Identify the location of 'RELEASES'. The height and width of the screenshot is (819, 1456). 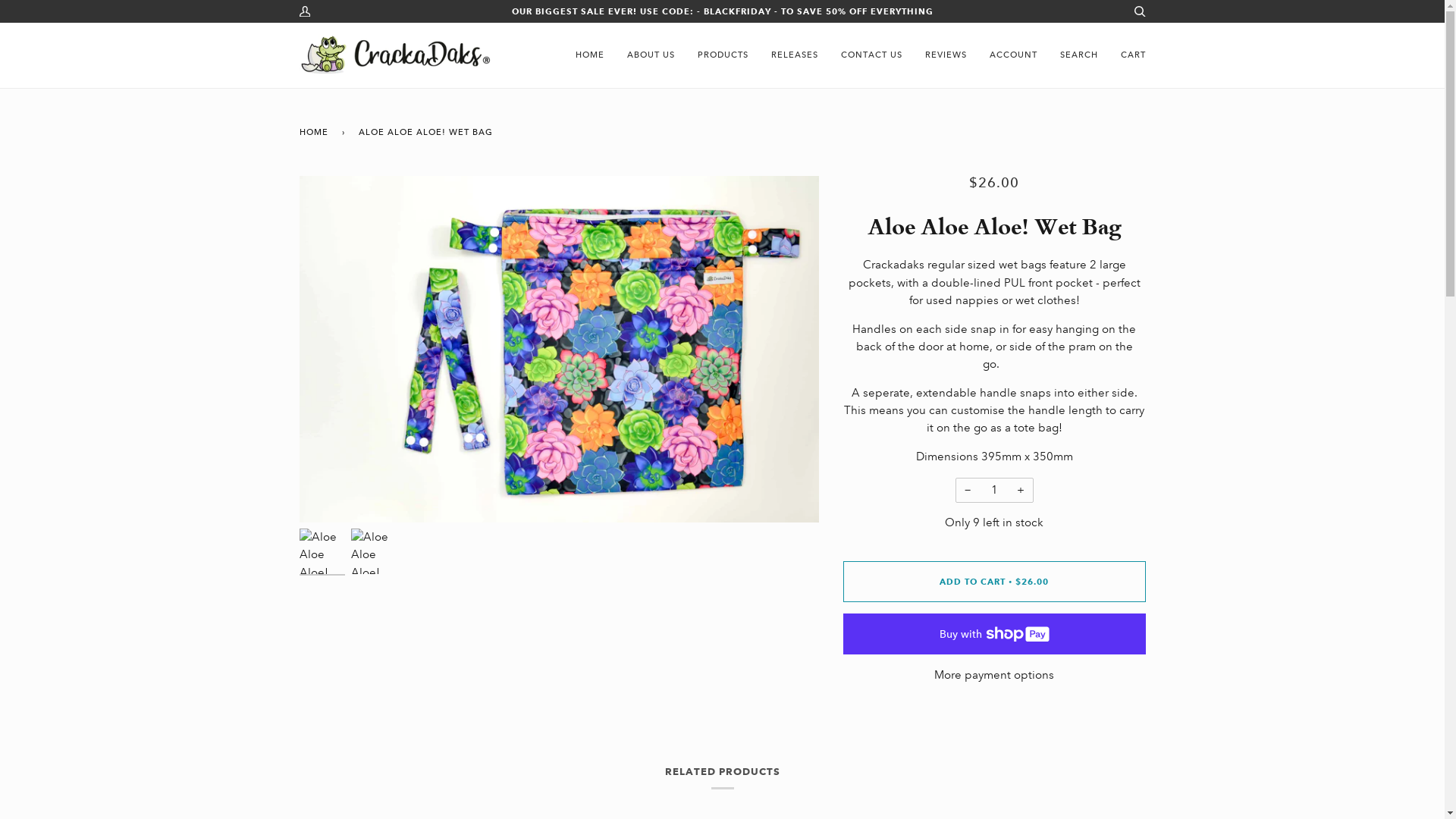
(793, 55).